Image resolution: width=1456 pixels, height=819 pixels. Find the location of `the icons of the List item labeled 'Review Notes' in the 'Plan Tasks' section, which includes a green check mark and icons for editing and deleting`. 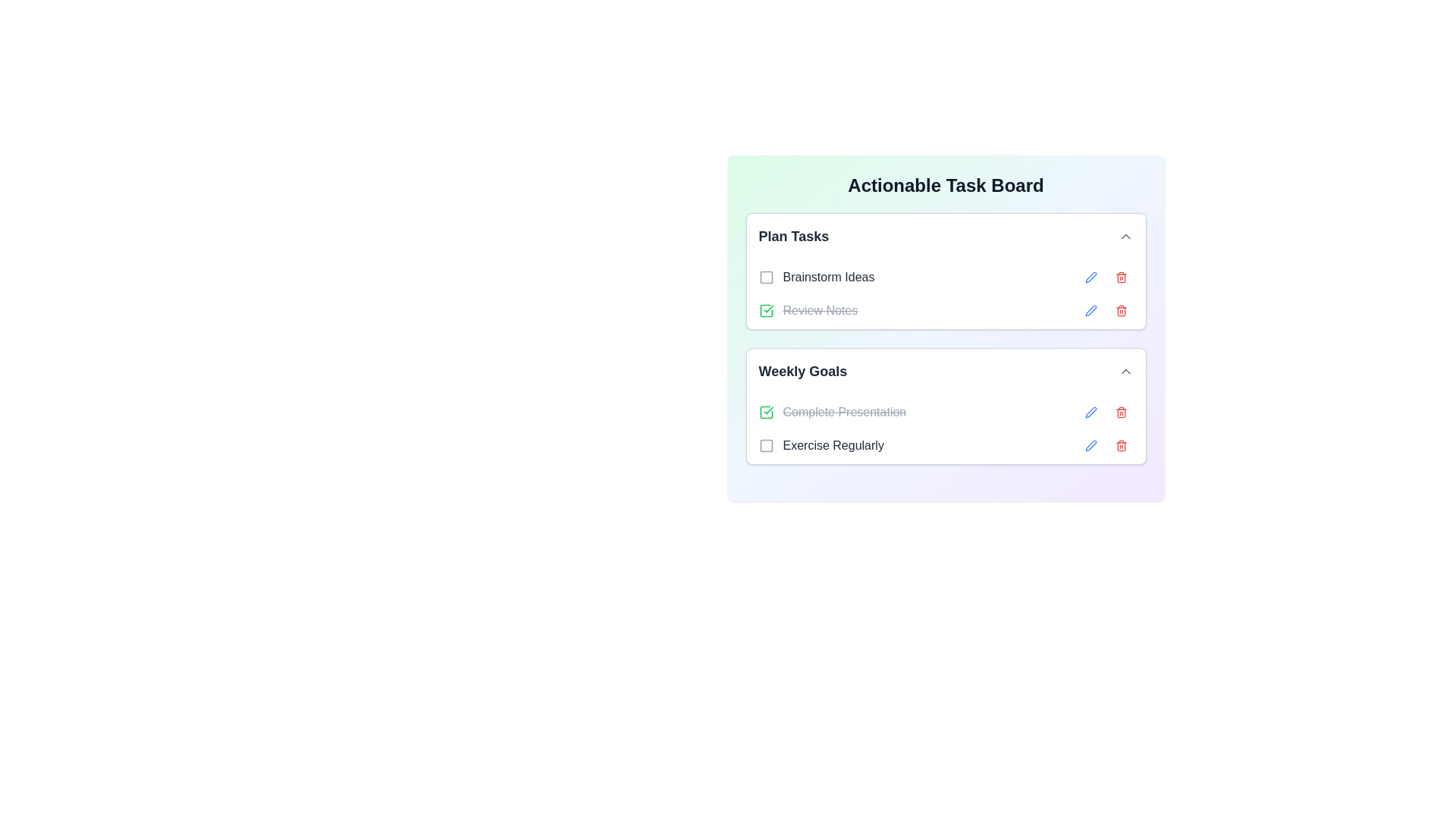

the icons of the List item labeled 'Review Notes' in the 'Plan Tasks' section, which includes a green check mark and icons for editing and deleting is located at coordinates (945, 309).